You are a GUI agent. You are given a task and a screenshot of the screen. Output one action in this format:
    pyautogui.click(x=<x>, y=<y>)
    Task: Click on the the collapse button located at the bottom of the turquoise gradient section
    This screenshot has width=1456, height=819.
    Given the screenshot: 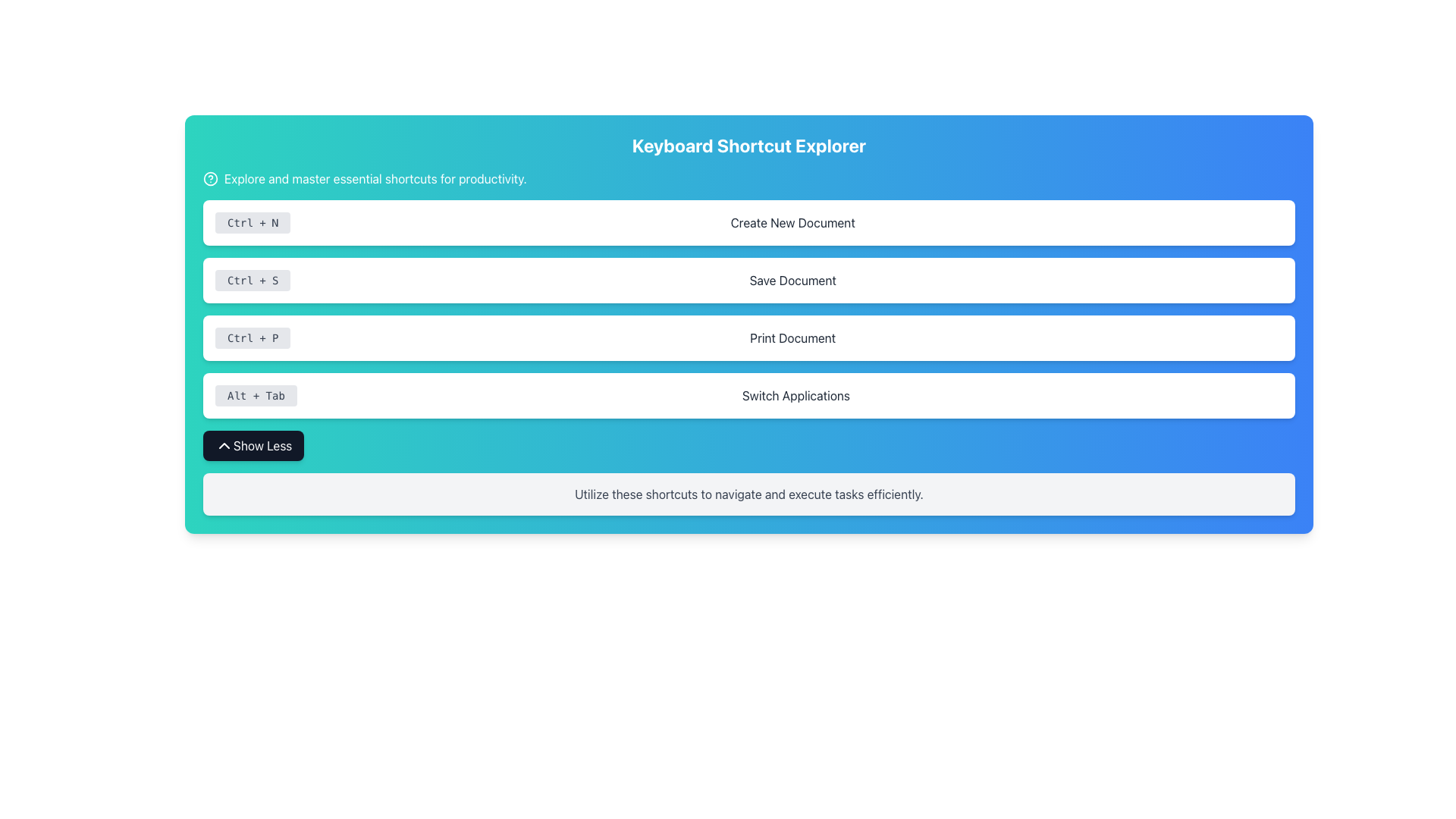 What is the action you would take?
    pyautogui.click(x=253, y=444)
    